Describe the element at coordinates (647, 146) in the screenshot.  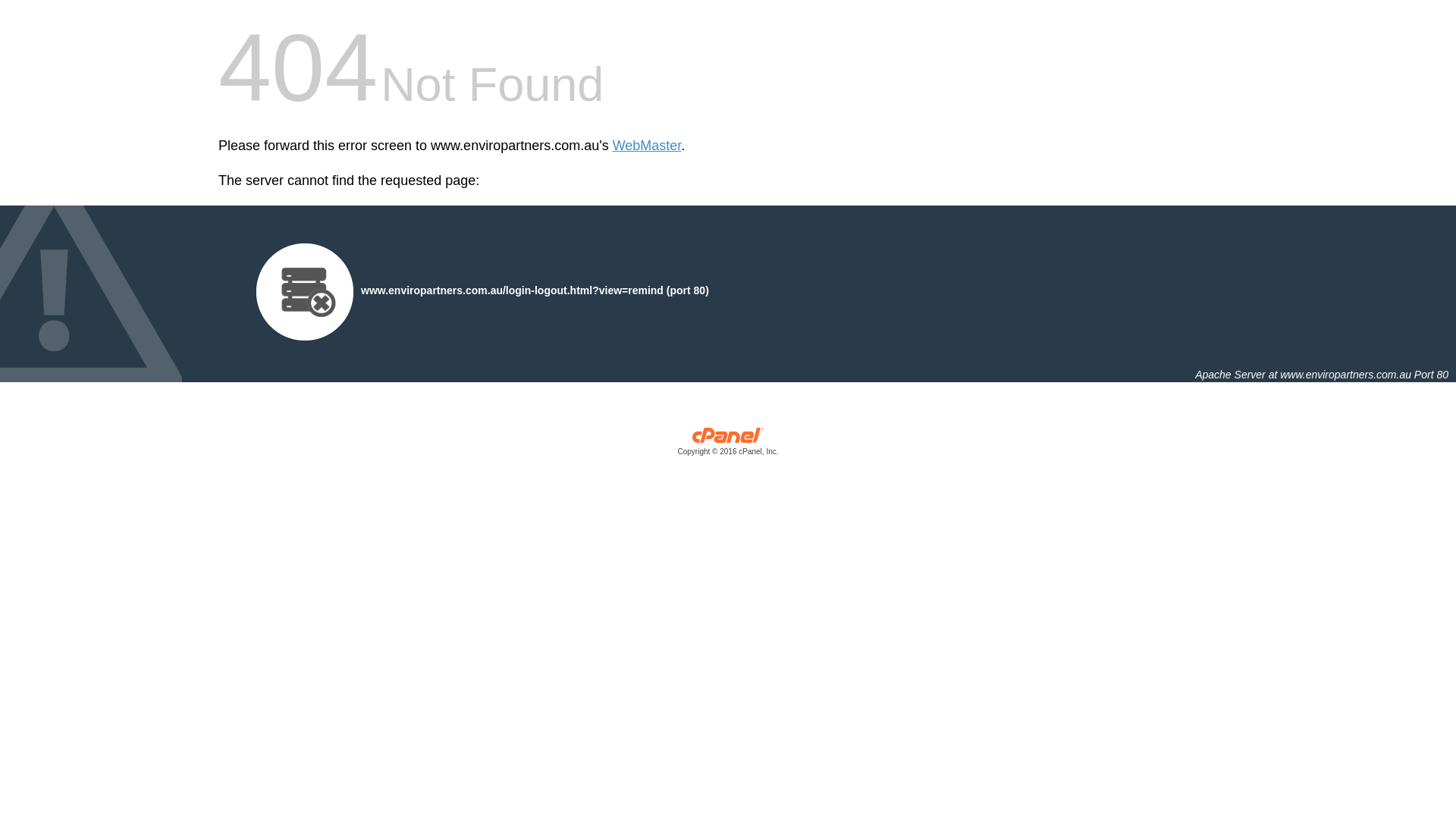
I see `'WebMaster'` at that location.